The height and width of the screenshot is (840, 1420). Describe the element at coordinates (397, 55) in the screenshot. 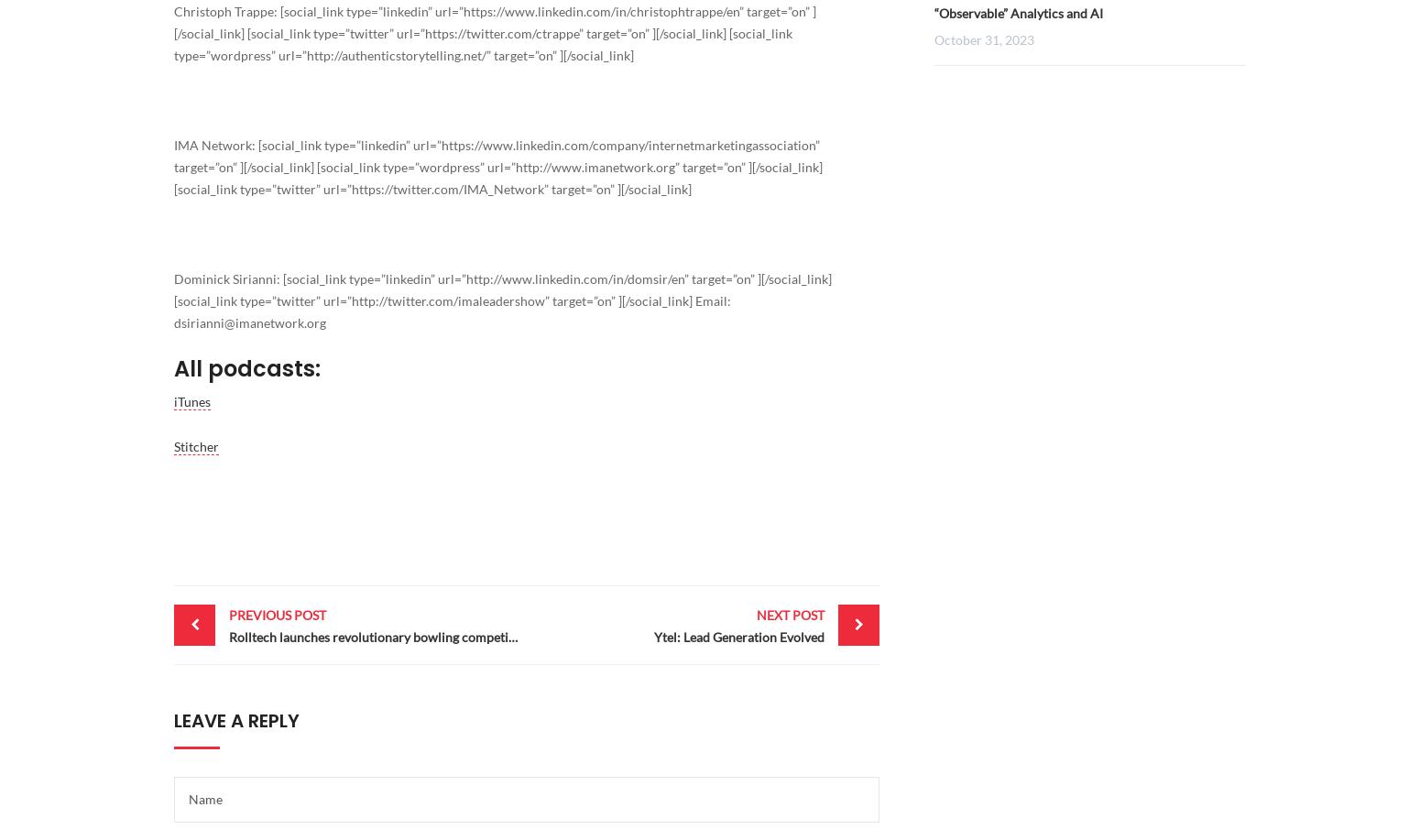

I see `'http://authenticstorytelling.net/'` at that location.